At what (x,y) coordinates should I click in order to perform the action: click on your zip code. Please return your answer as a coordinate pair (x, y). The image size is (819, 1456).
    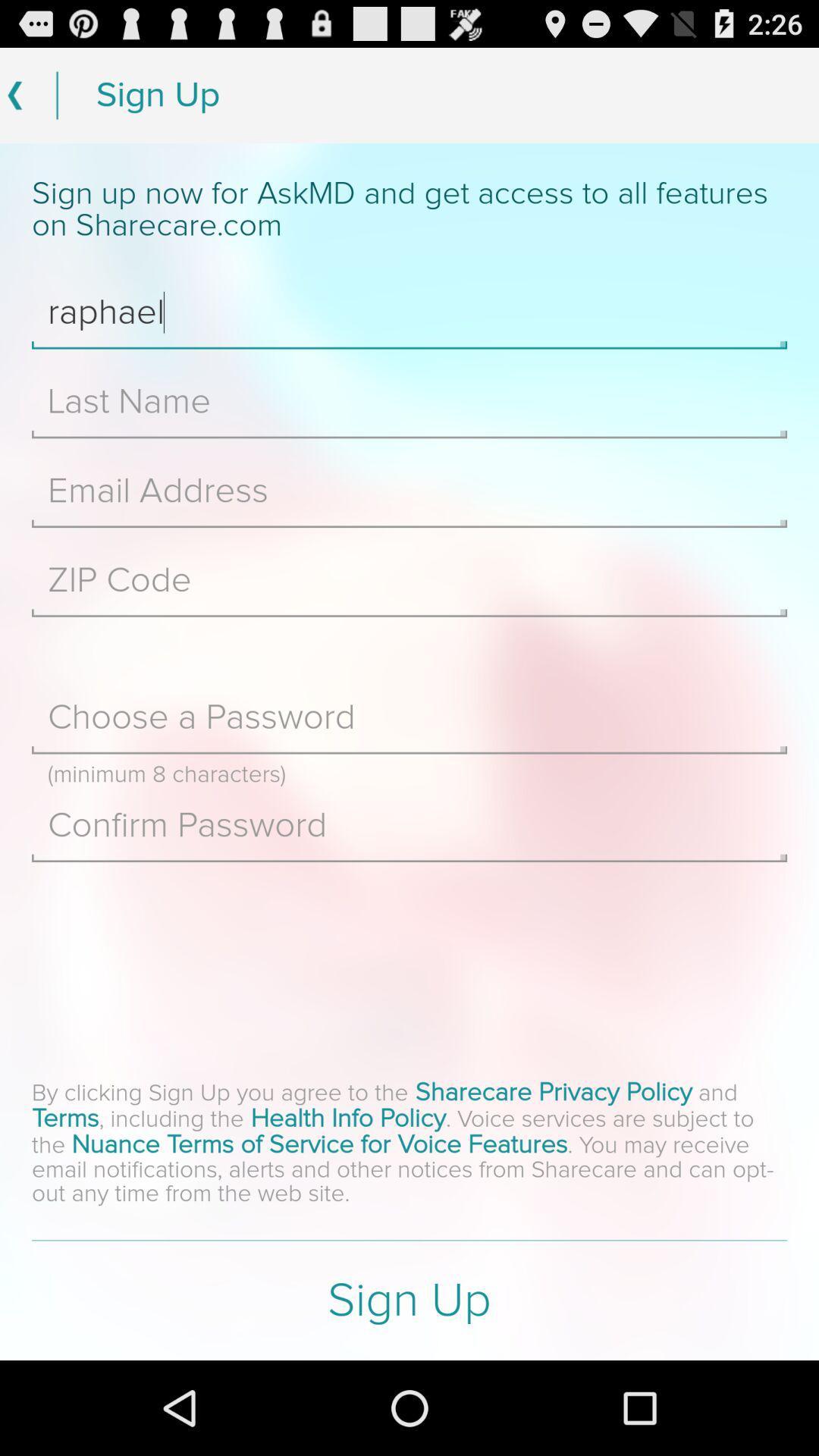
    Looking at the image, I should click on (409, 579).